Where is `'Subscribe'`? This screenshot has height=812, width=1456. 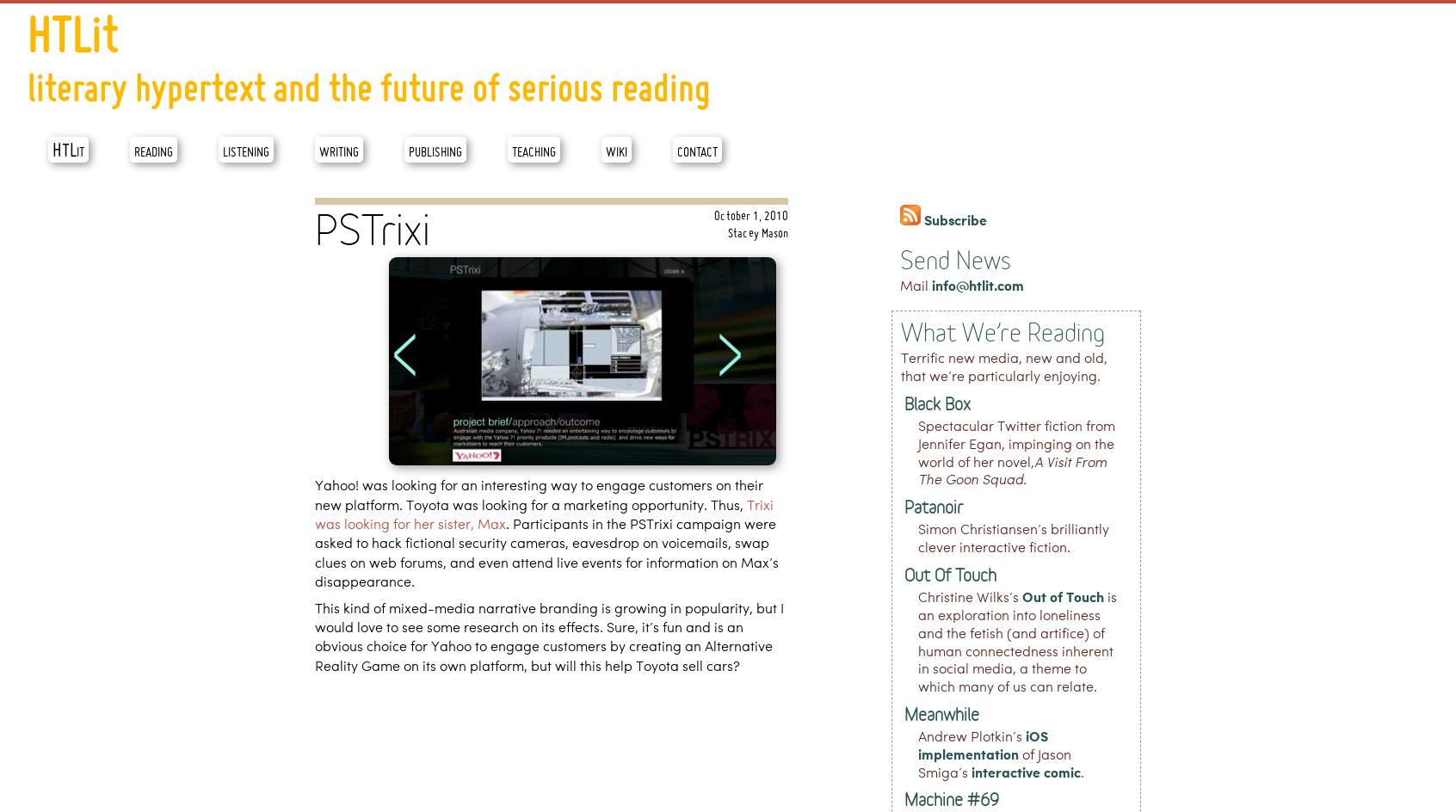 'Subscribe' is located at coordinates (953, 220).